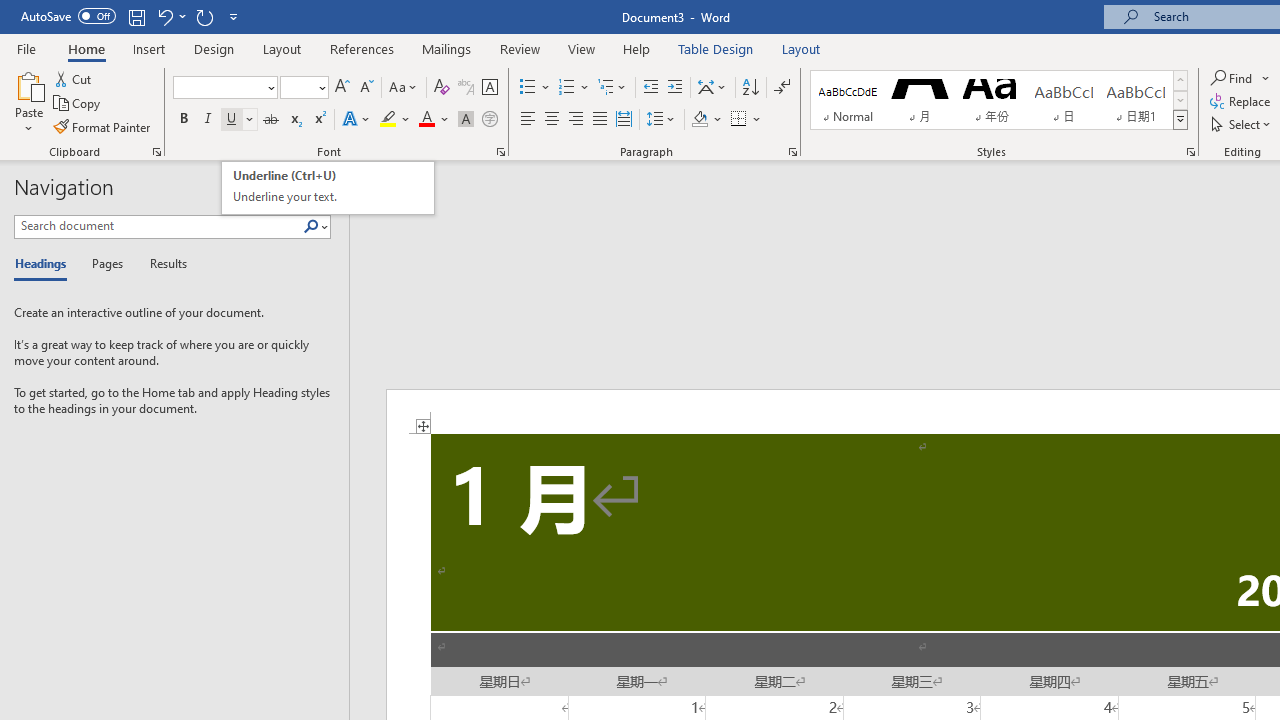 The image size is (1280, 720). What do you see at coordinates (999, 100) in the screenshot?
I see `'AutomationID: QuickStylesGallery'` at bounding box center [999, 100].